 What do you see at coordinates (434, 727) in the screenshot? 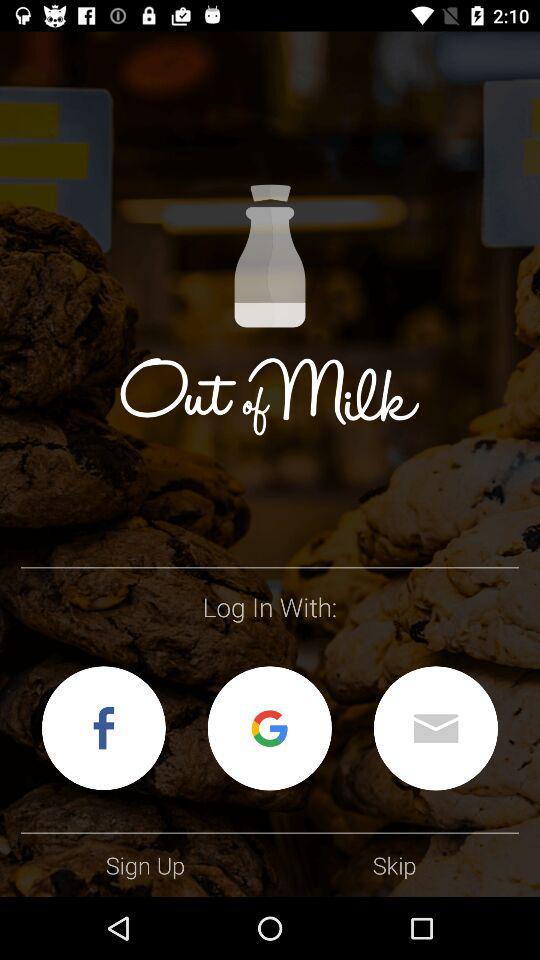
I see `log in with email address` at bounding box center [434, 727].